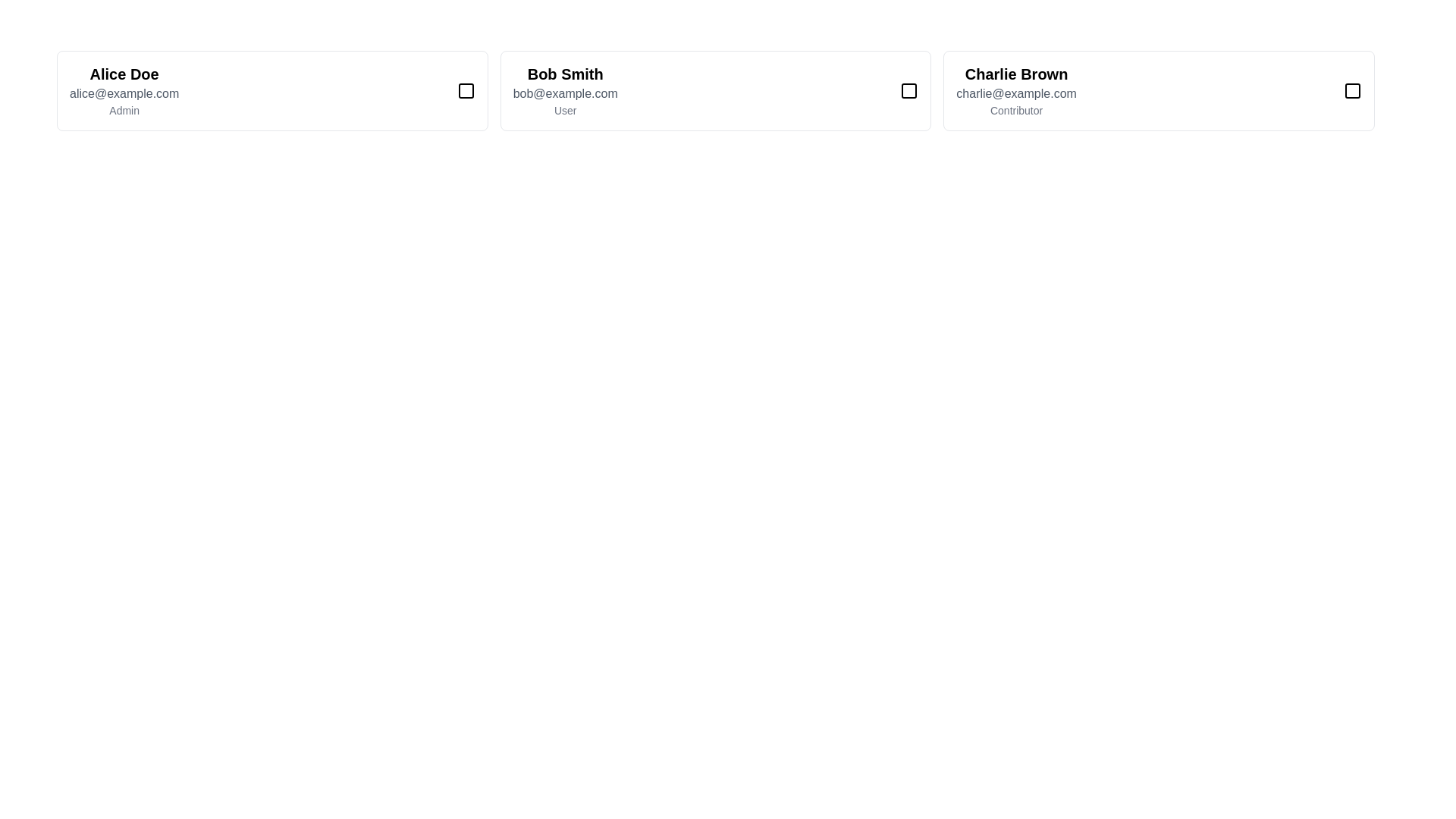 This screenshot has width=1456, height=819. I want to click on the text element displaying 'alice@example.com', which is styled in gray and positioned between 'Alice Doe' and 'Admin', so click(124, 93).